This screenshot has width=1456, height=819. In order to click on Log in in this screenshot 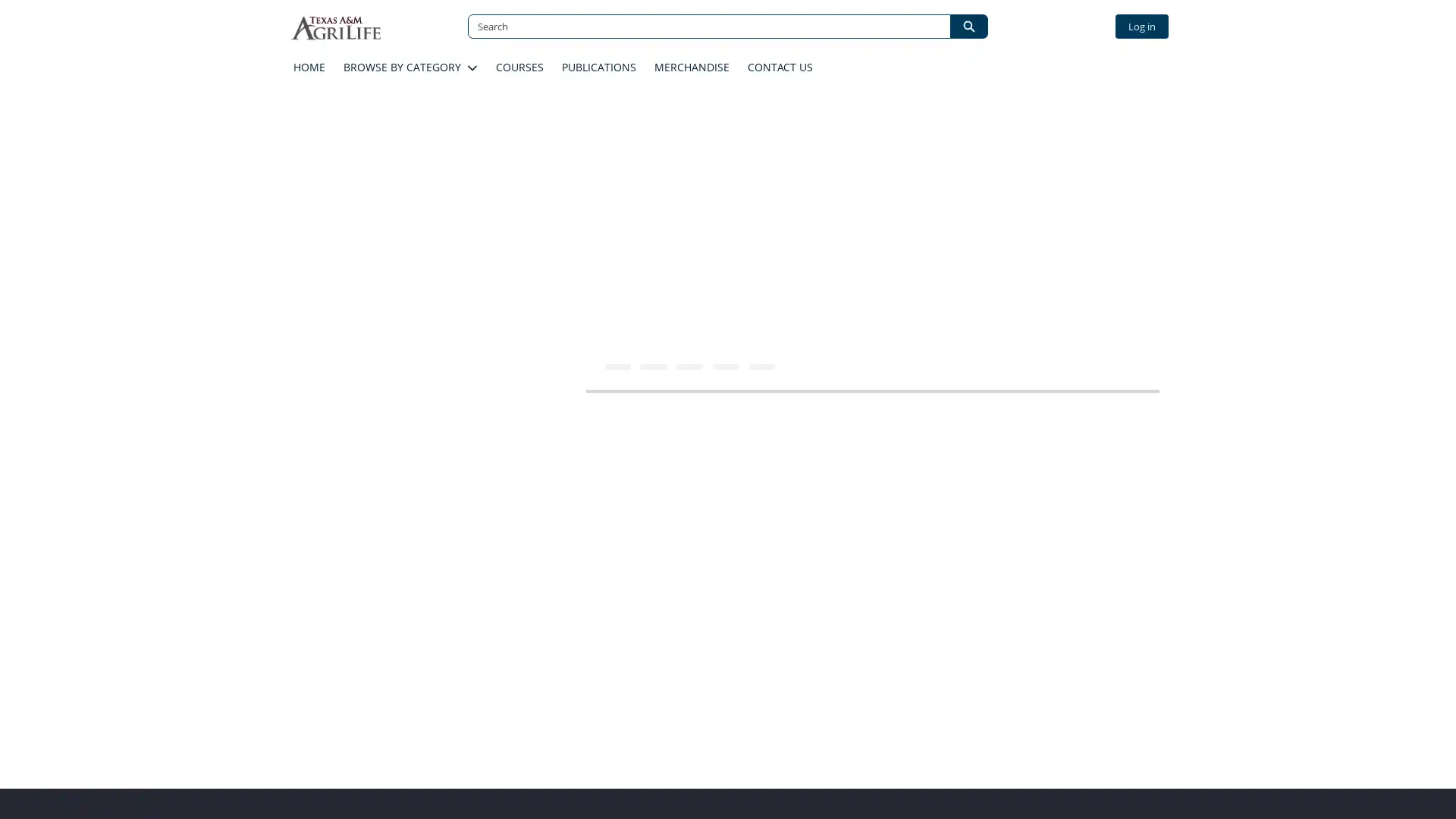, I will do `click(1142, 26)`.